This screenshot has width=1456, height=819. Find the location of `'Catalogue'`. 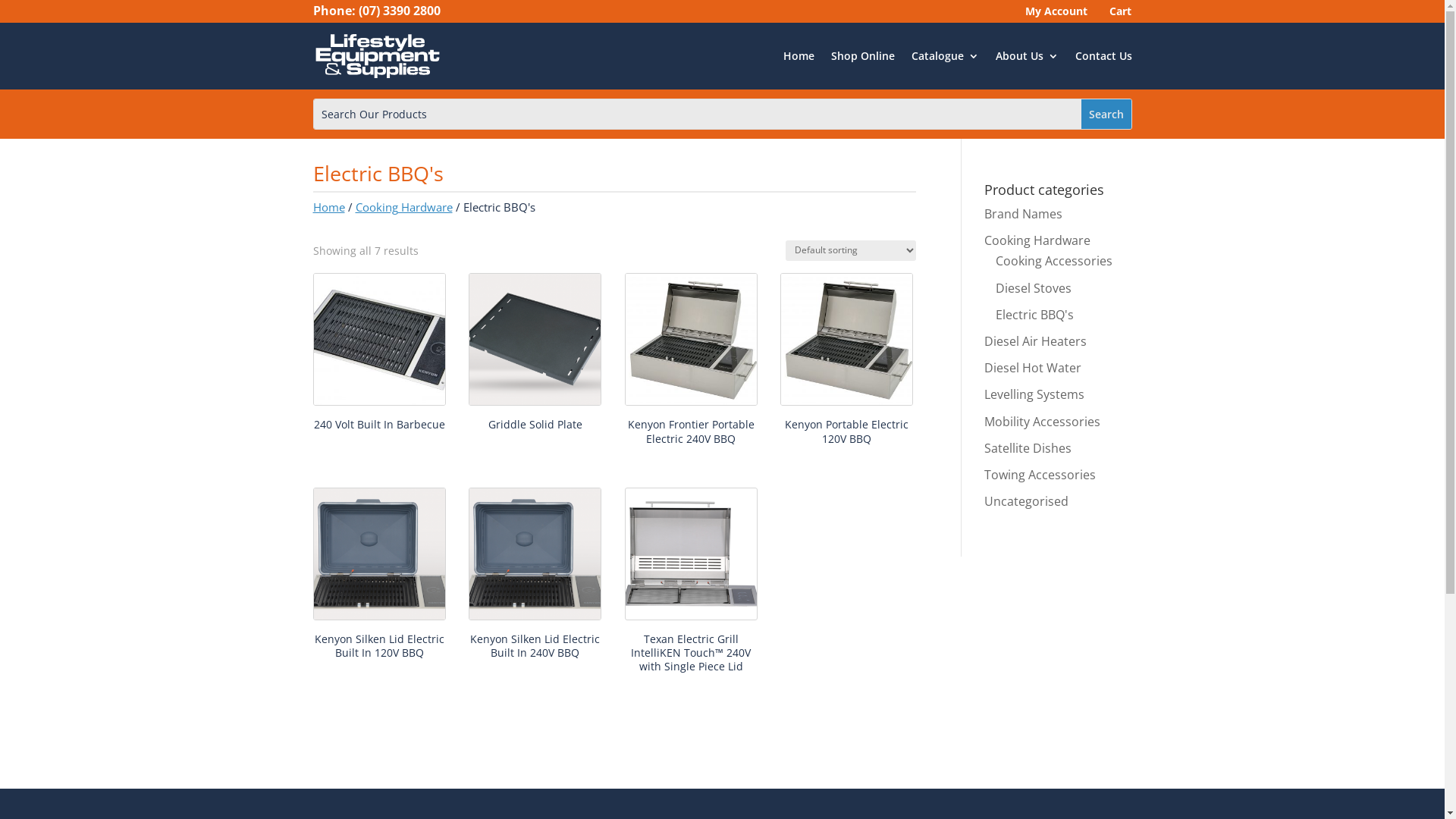

'Catalogue' is located at coordinates (910, 55).